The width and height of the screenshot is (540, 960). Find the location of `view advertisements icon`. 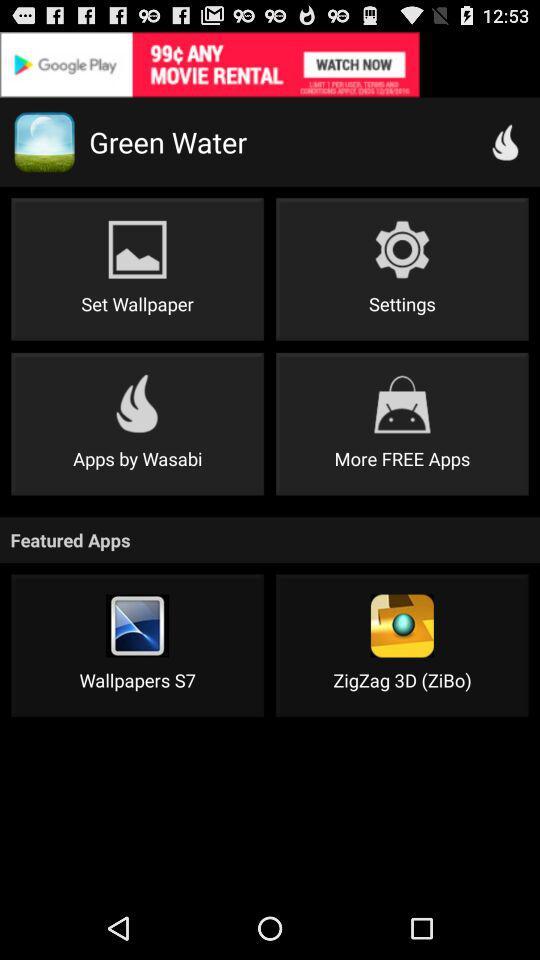

view advertisements icon is located at coordinates (270, 64).